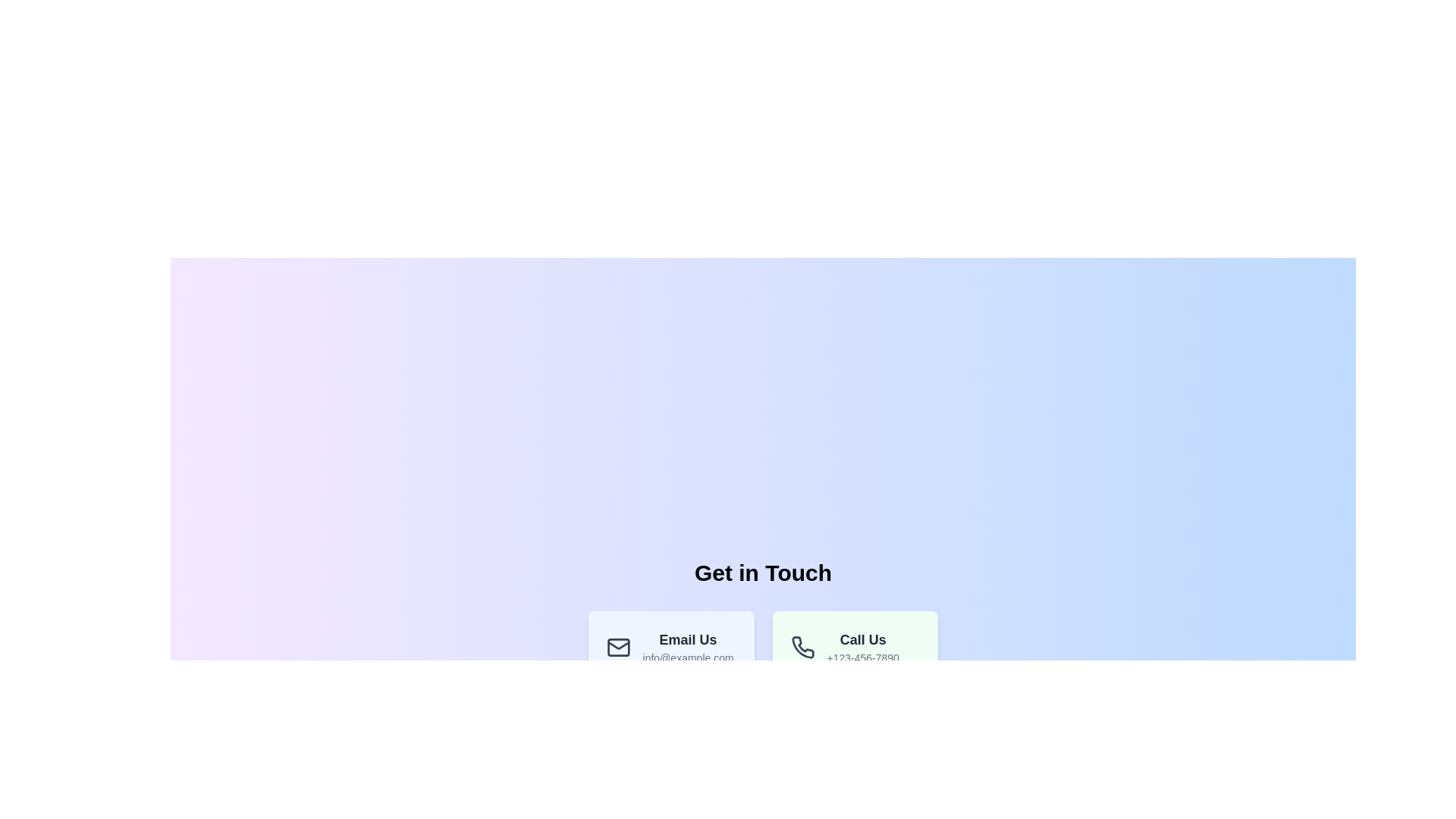 The height and width of the screenshot is (819, 1456). Describe the element at coordinates (802, 738) in the screenshot. I see `the decorative circle that forms the base of the clock graphic` at that location.